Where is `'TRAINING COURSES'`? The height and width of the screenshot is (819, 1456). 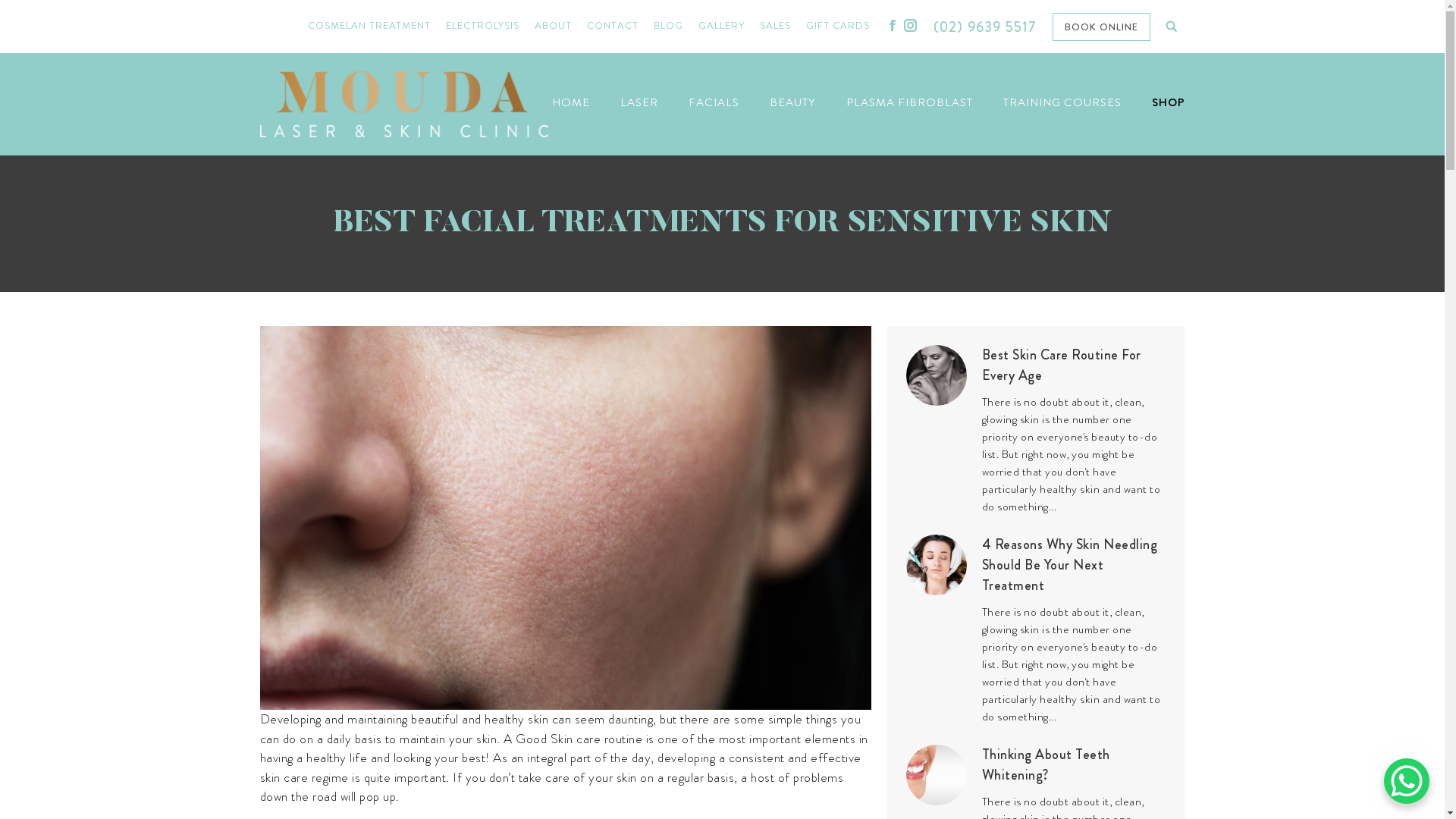
'TRAINING COURSES' is located at coordinates (1061, 102).